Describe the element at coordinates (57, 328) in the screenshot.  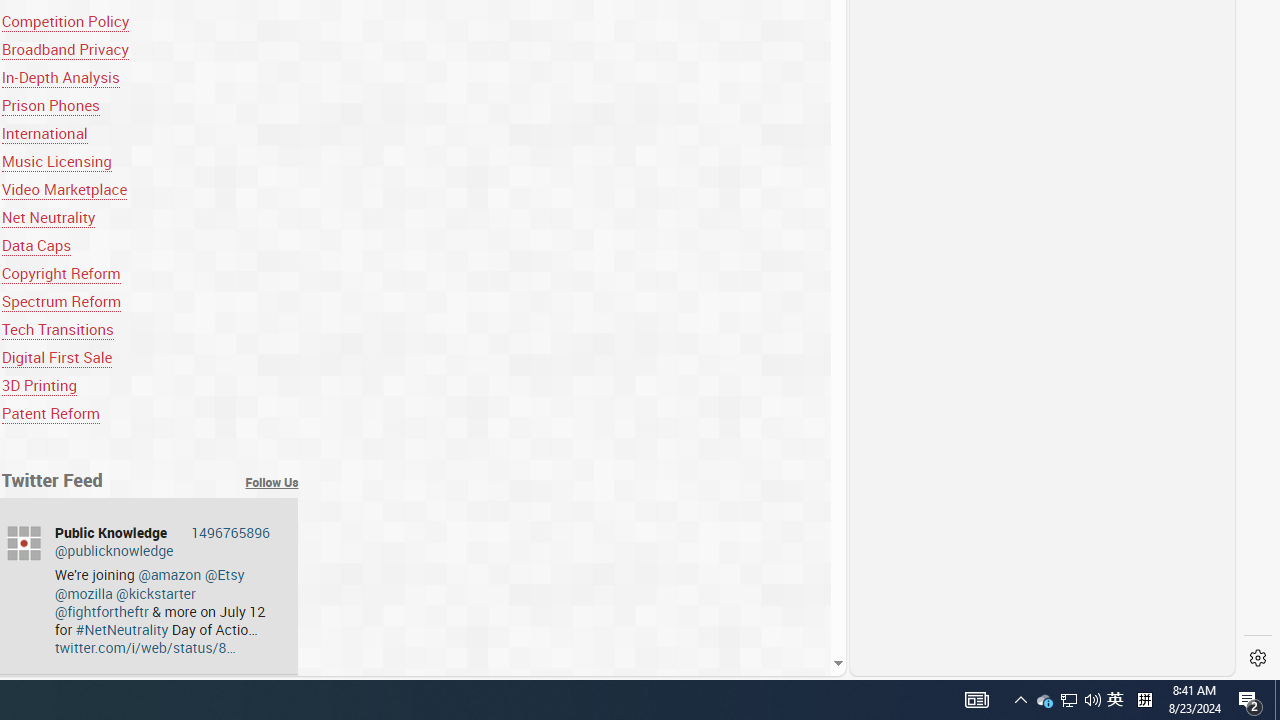
I see `'Tech Transitions'` at that location.